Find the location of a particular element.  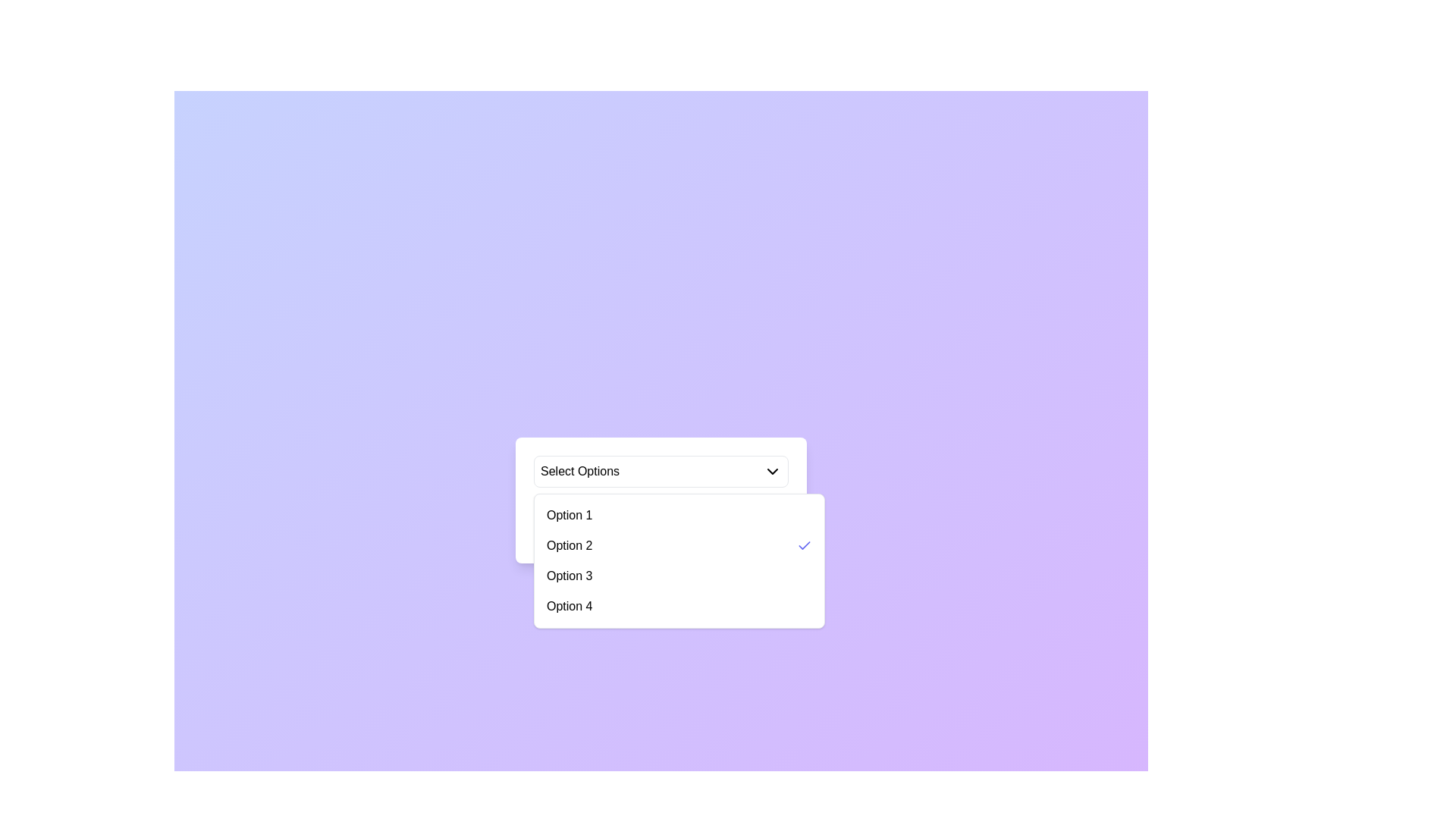

the second item in the dropdown menu to apply hover effects is located at coordinates (679, 546).